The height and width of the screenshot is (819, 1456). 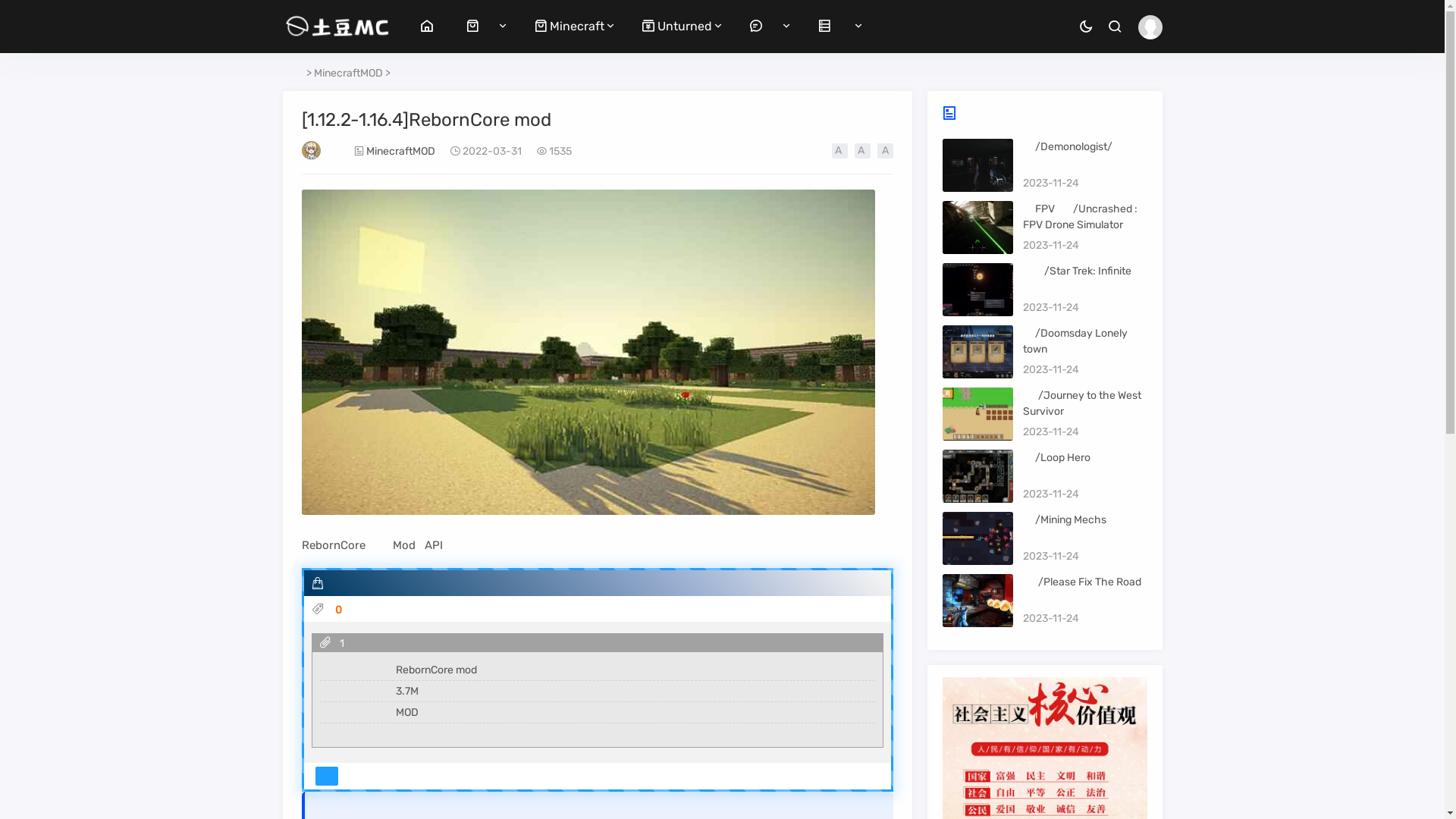 I want to click on 'MinecraftMOD', so click(x=347, y=73).